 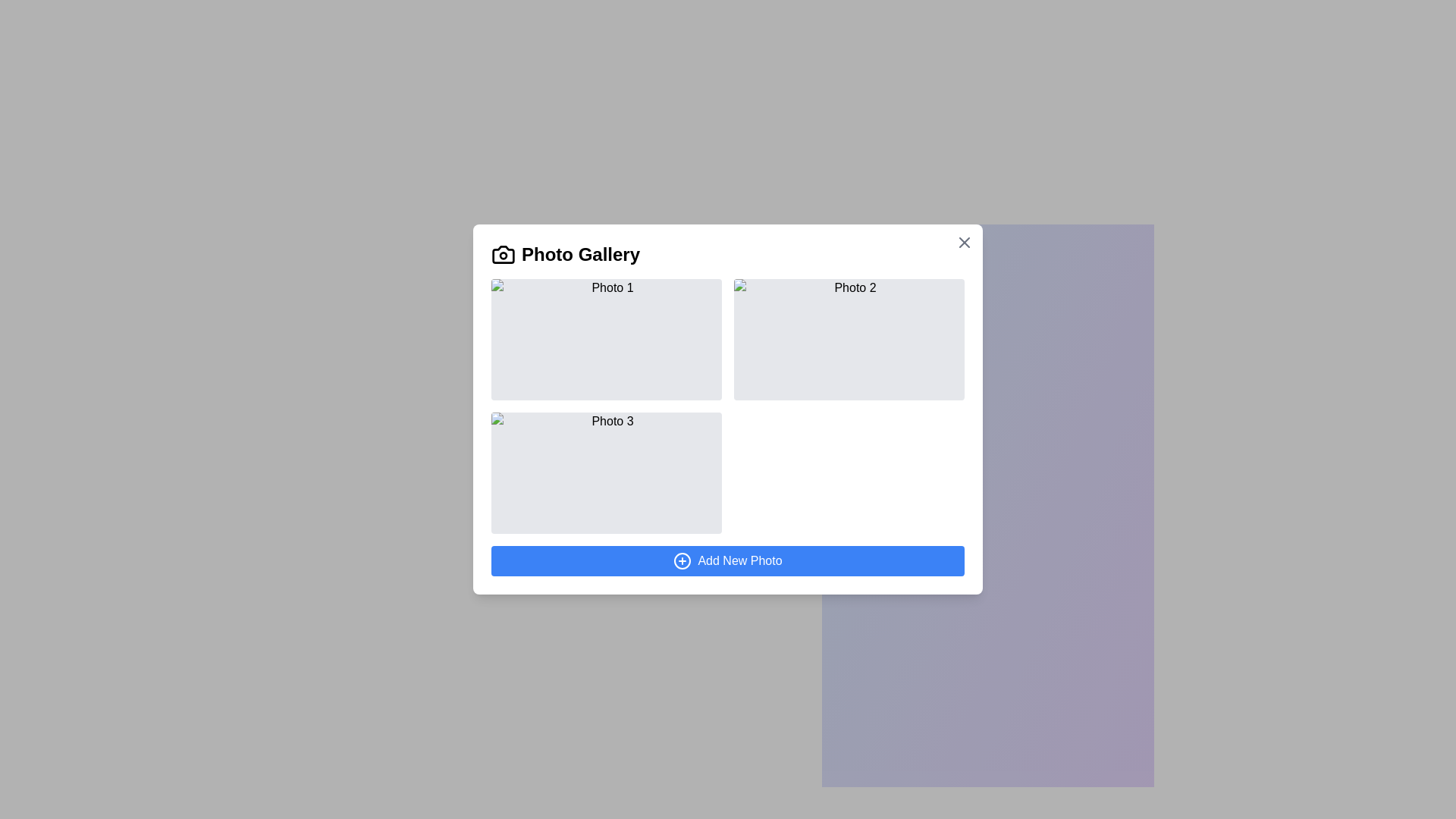 What do you see at coordinates (682, 561) in the screenshot?
I see `the plus sign icon within the blue 'Add New Photo' button located at the bottom center of the photo gallery interface` at bounding box center [682, 561].